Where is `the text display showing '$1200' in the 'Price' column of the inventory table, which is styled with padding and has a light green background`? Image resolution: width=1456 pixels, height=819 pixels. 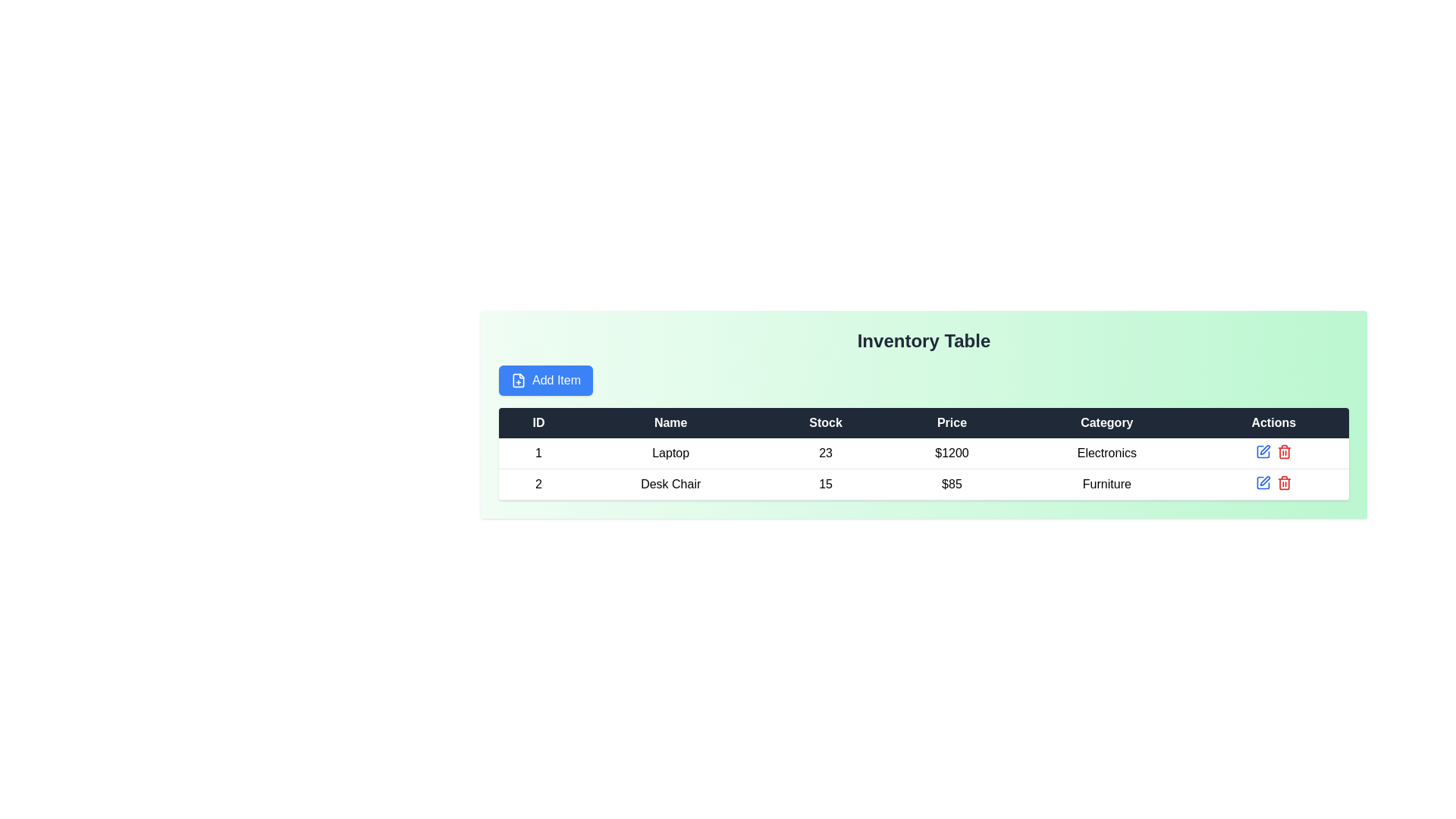 the text display showing '$1200' in the 'Price' column of the inventory table, which is styled with padding and has a light green background is located at coordinates (951, 453).